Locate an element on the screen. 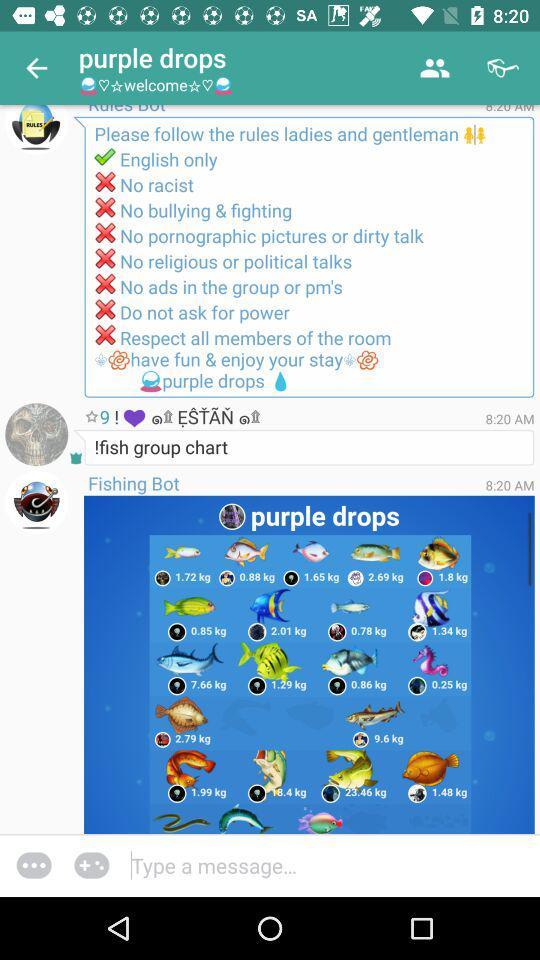  the spectacles icon on the top is located at coordinates (502, 68).